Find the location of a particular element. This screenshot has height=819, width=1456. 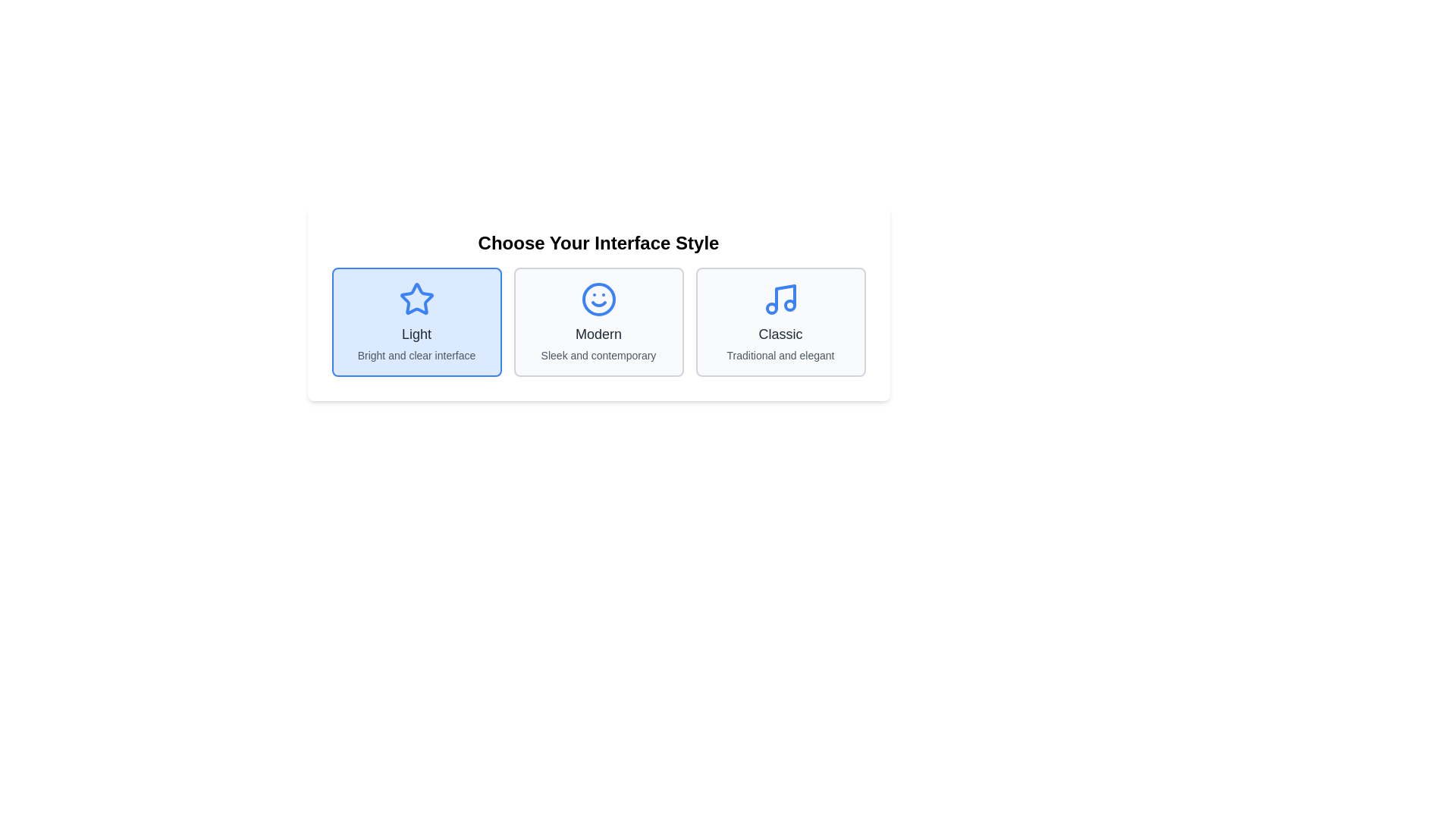

the 'Classic' interface style icon, which is the rightmost icon among the three interface styles displayed is located at coordinates (780, 299).